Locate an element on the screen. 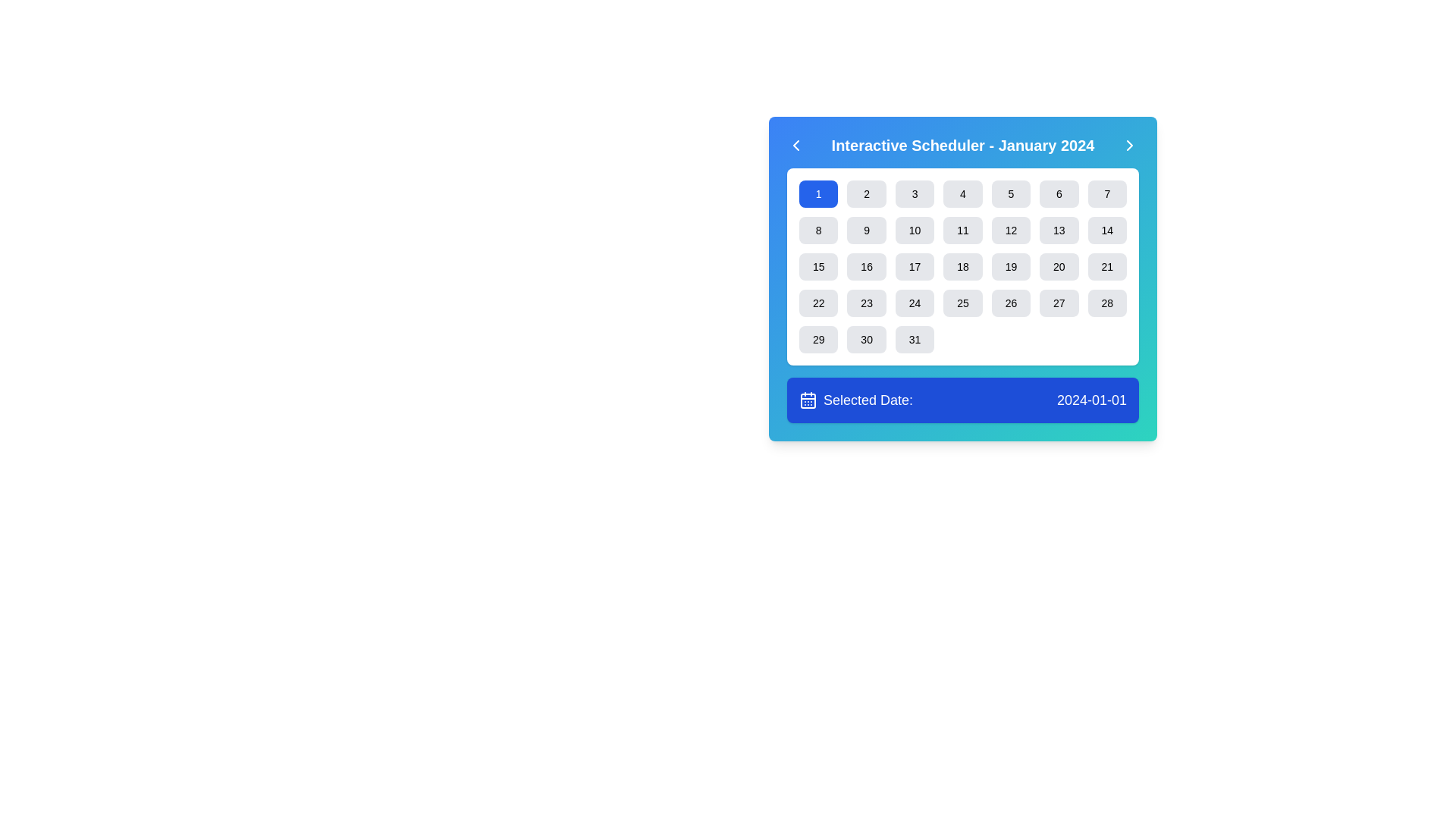  the calendar date button labeled '9', which is the second cell of the second row in the grid-like calendar layout is located at coordinates (867, 231).